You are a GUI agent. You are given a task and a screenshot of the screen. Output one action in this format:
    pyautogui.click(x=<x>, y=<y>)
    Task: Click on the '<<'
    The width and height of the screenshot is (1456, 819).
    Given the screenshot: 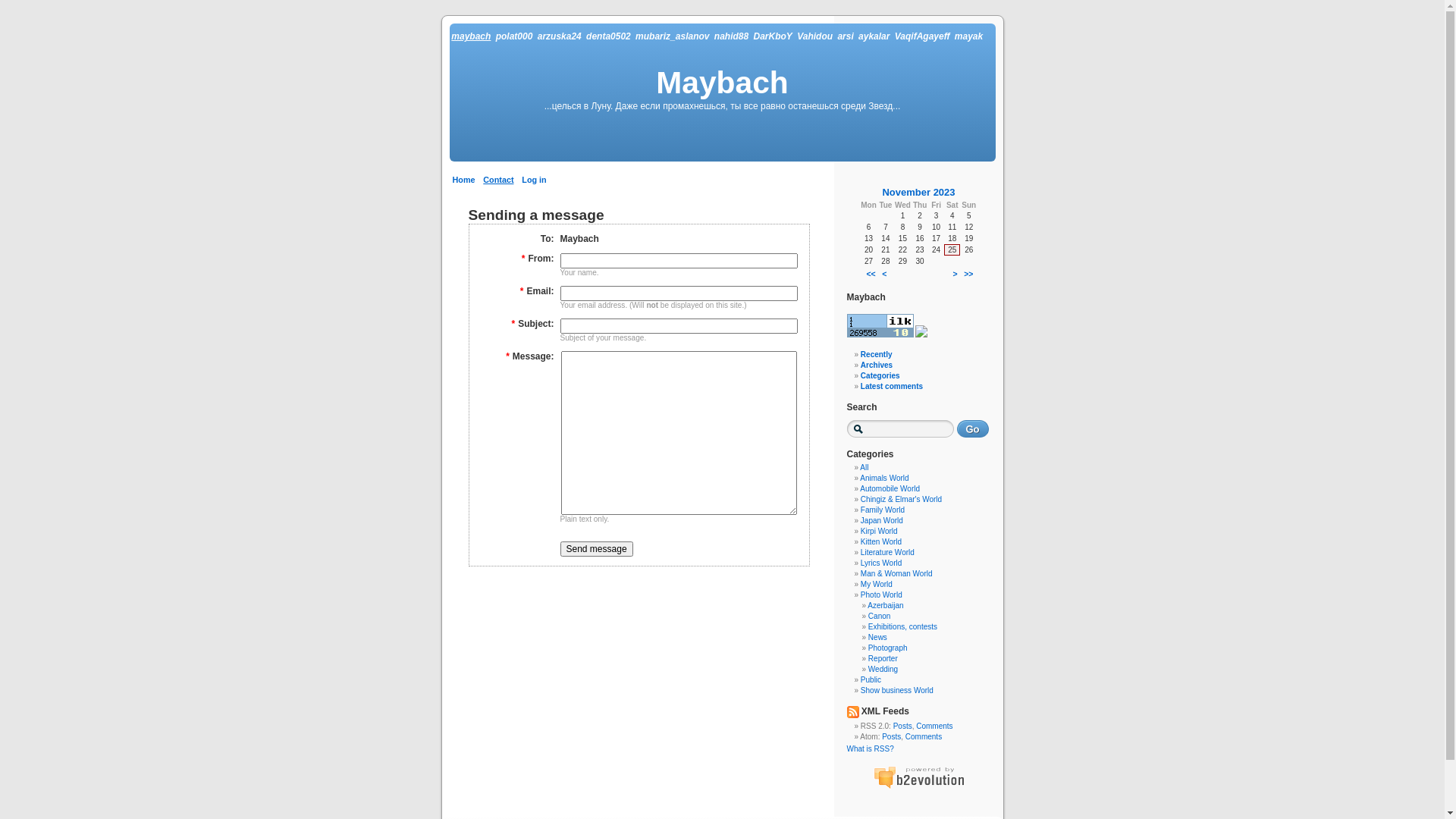 What is the action you would take?
    pyautogui.click(x=871, y=274)
    